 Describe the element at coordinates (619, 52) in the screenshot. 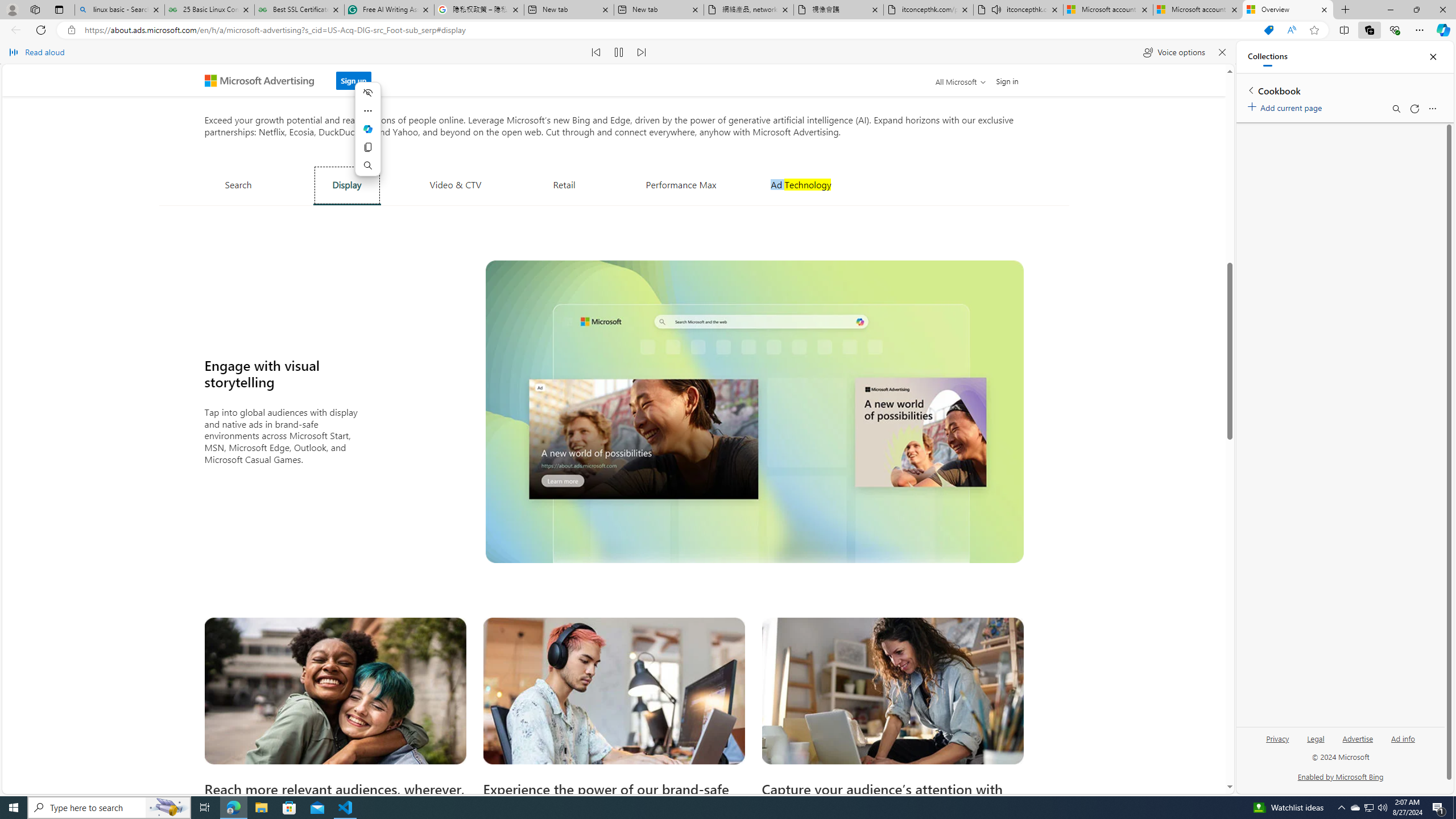

I see `'Pause read aloud (Ctrl+Shift+U)'` at that location.